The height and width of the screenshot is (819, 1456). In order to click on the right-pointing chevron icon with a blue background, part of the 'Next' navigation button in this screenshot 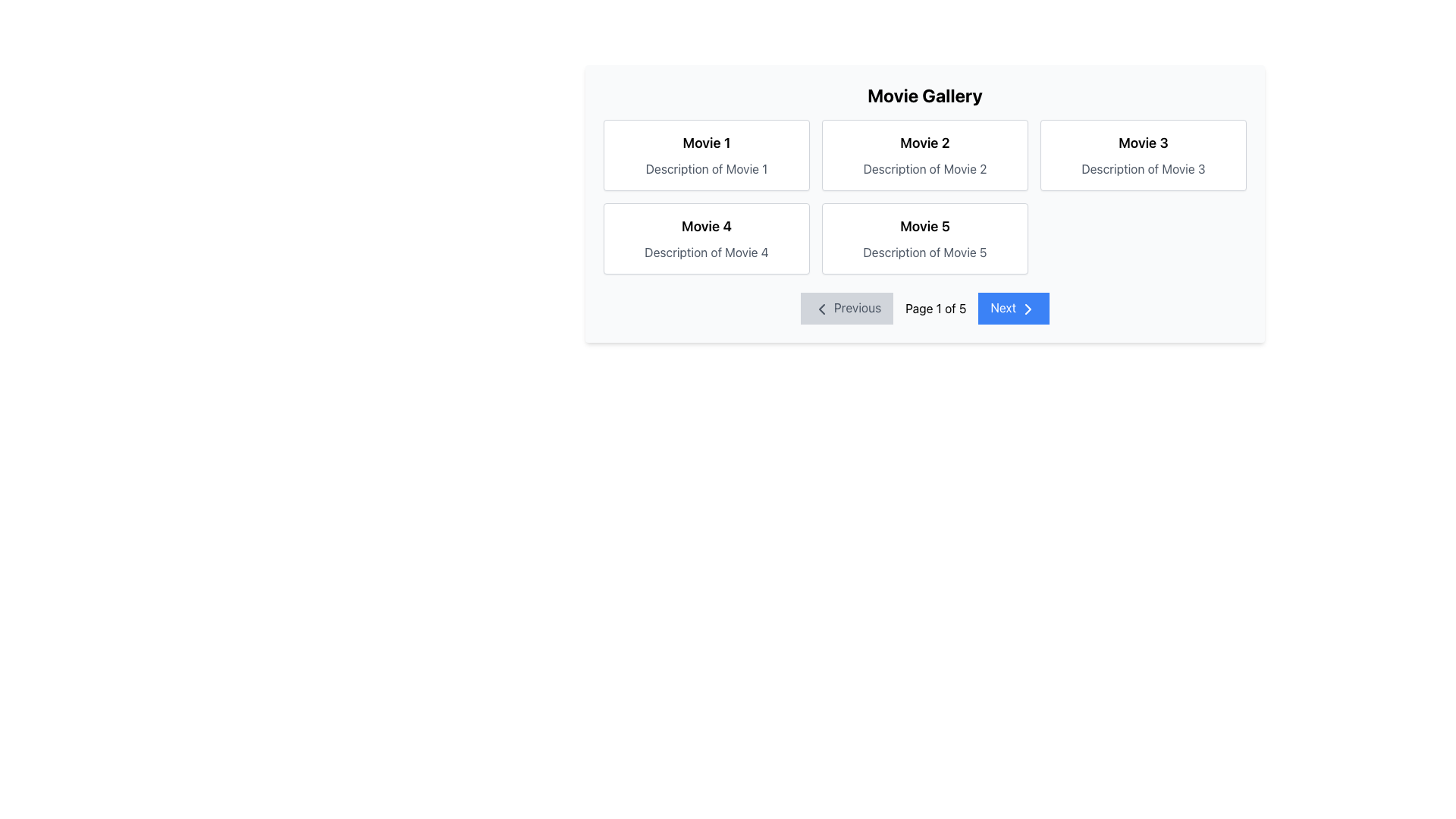, I will do `click(1028, 308)`.